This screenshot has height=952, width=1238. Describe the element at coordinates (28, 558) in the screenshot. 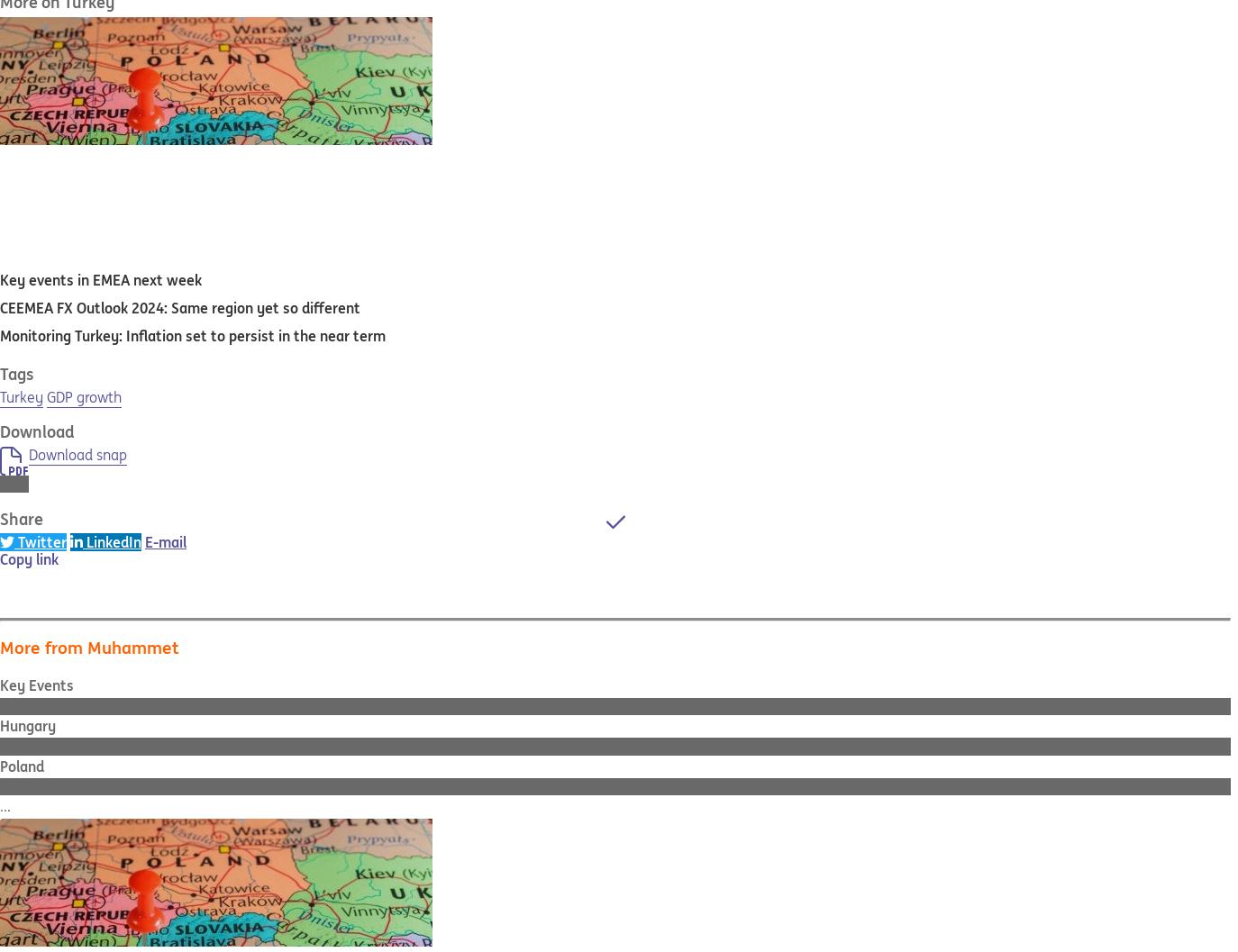

I see `'Copy link'` at that location.